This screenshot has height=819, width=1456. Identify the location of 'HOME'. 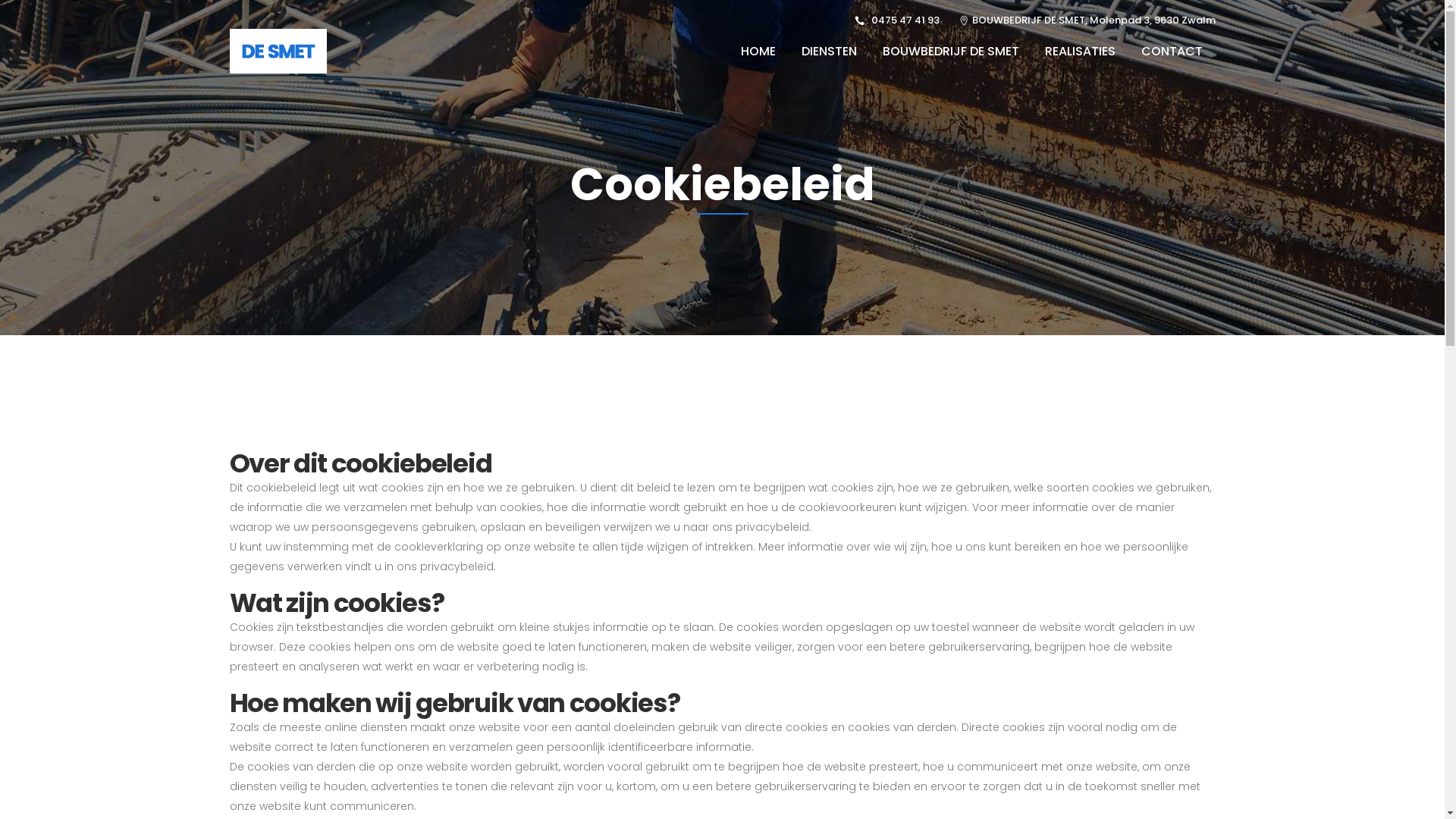
(758, 50).